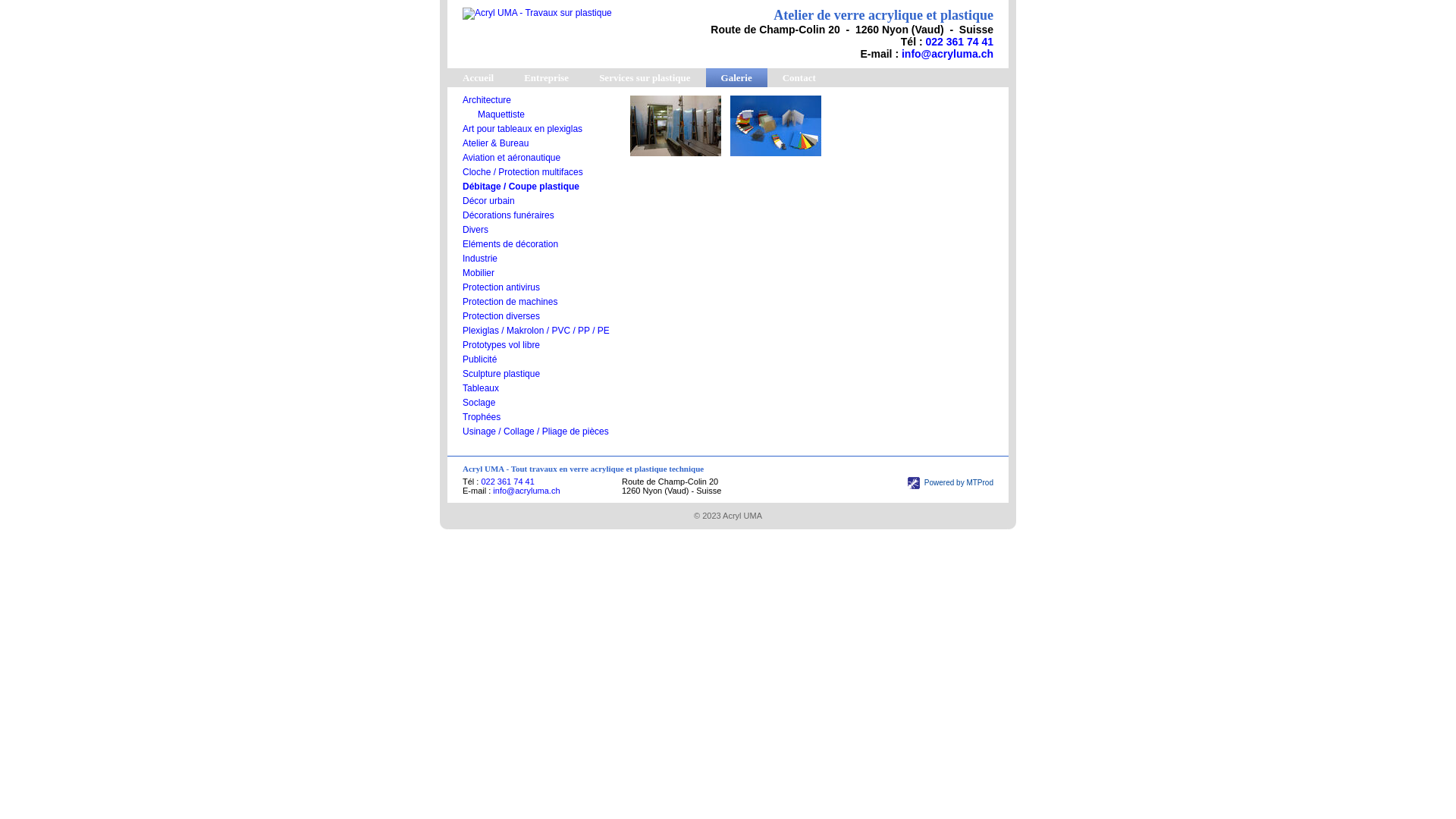  What do you see at coordinates (461, 287) in the screenshot?
I see `'Protection antivirus'` at bounding box center [461, 287].